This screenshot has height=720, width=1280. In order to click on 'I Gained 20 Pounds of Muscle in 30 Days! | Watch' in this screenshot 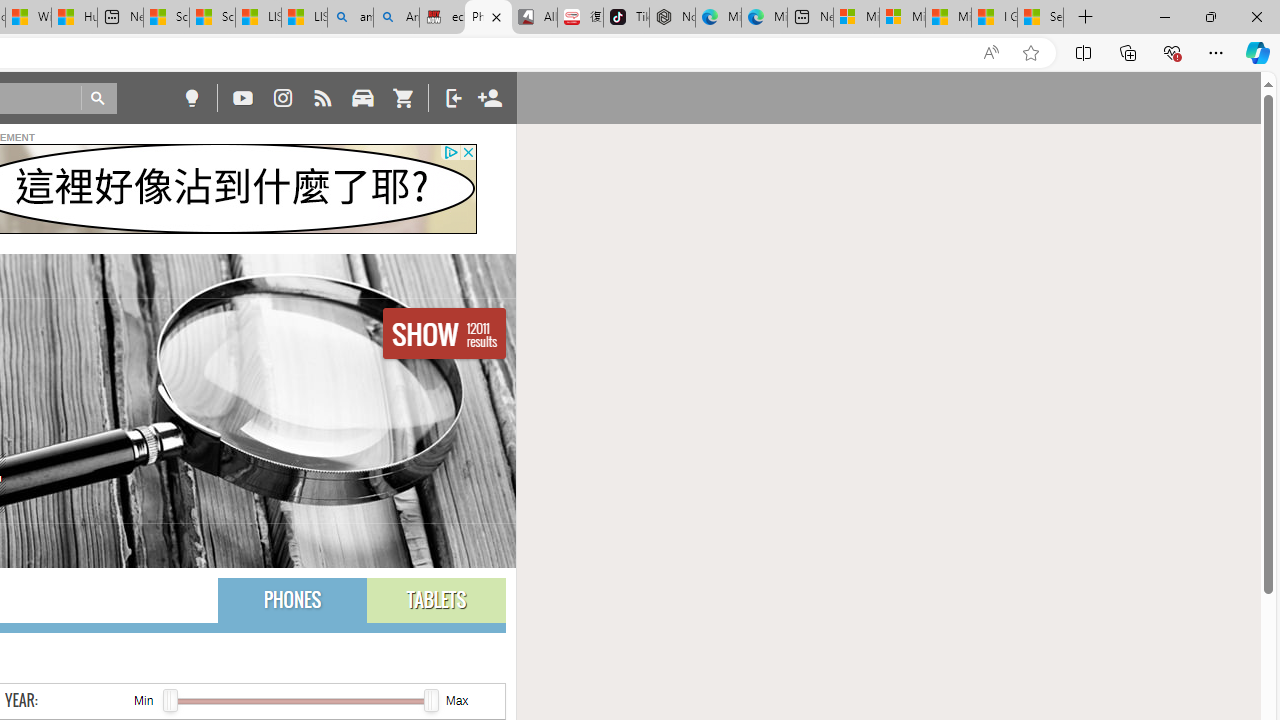, I will do `click(994, 17)`.